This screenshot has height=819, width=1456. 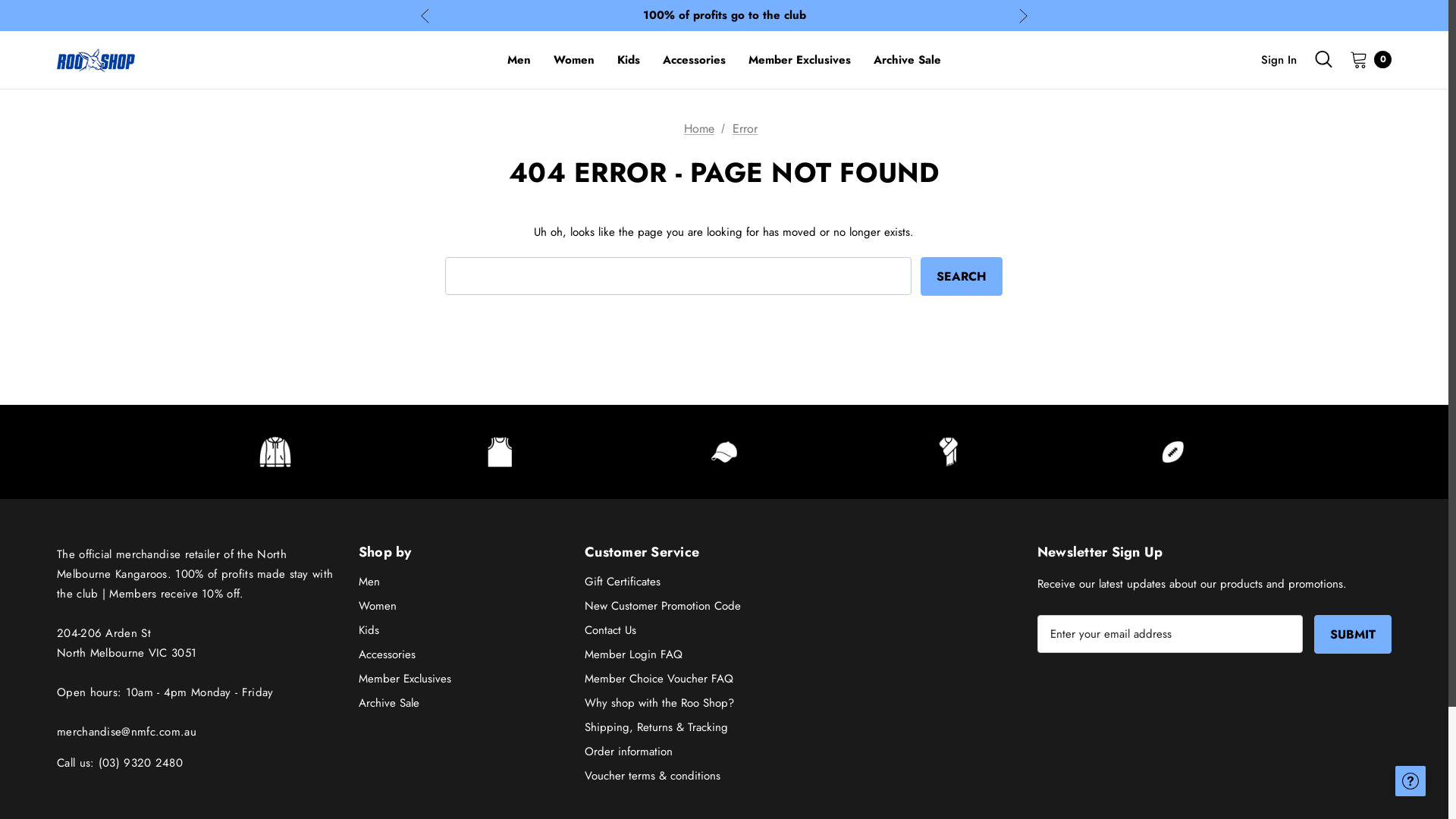 I want to click on 'Member Exclusives', so click(x=404, y=677).